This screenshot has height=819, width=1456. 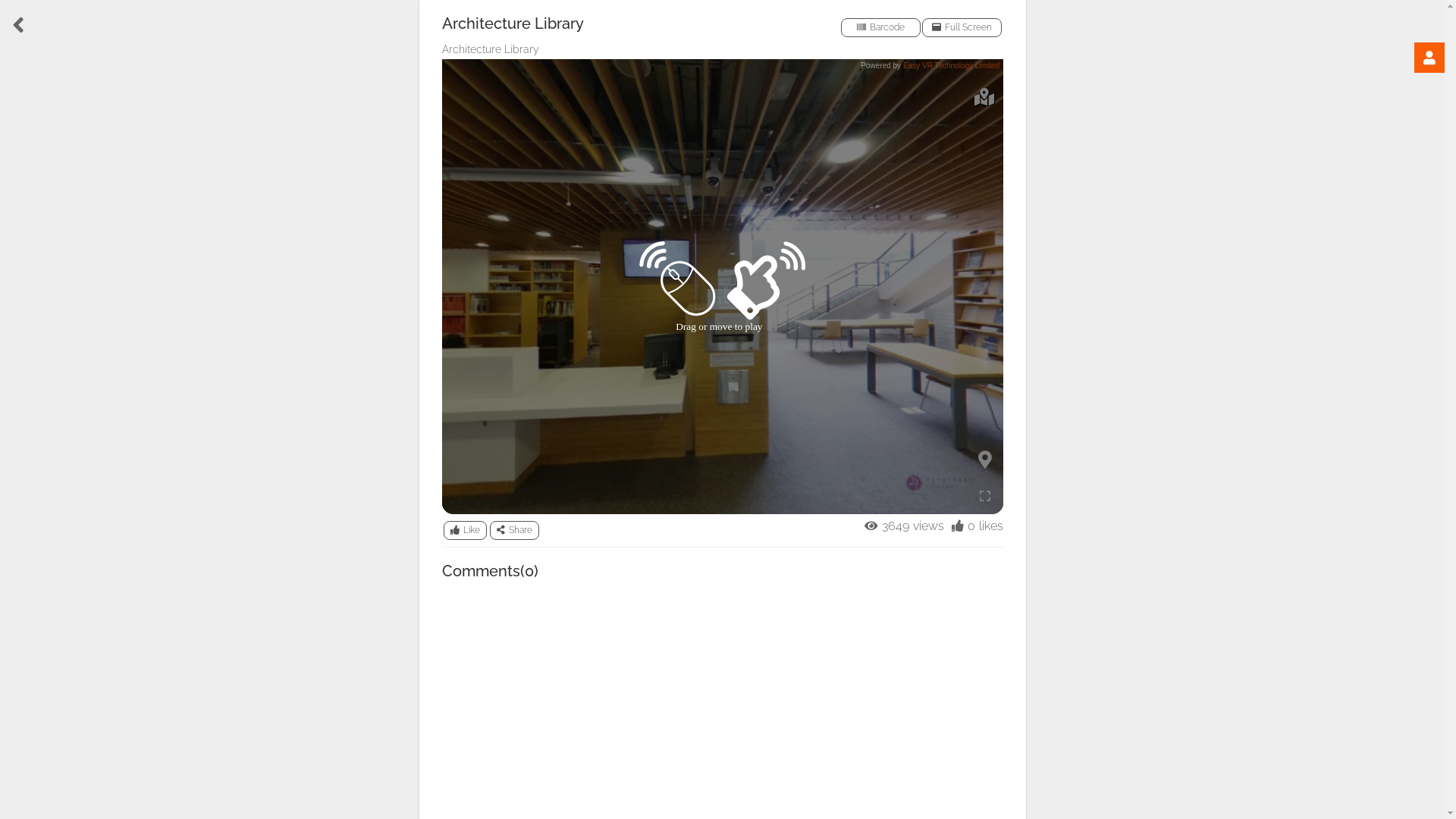 I want to click on 'BUSINESS', so click(x=0, y=651).